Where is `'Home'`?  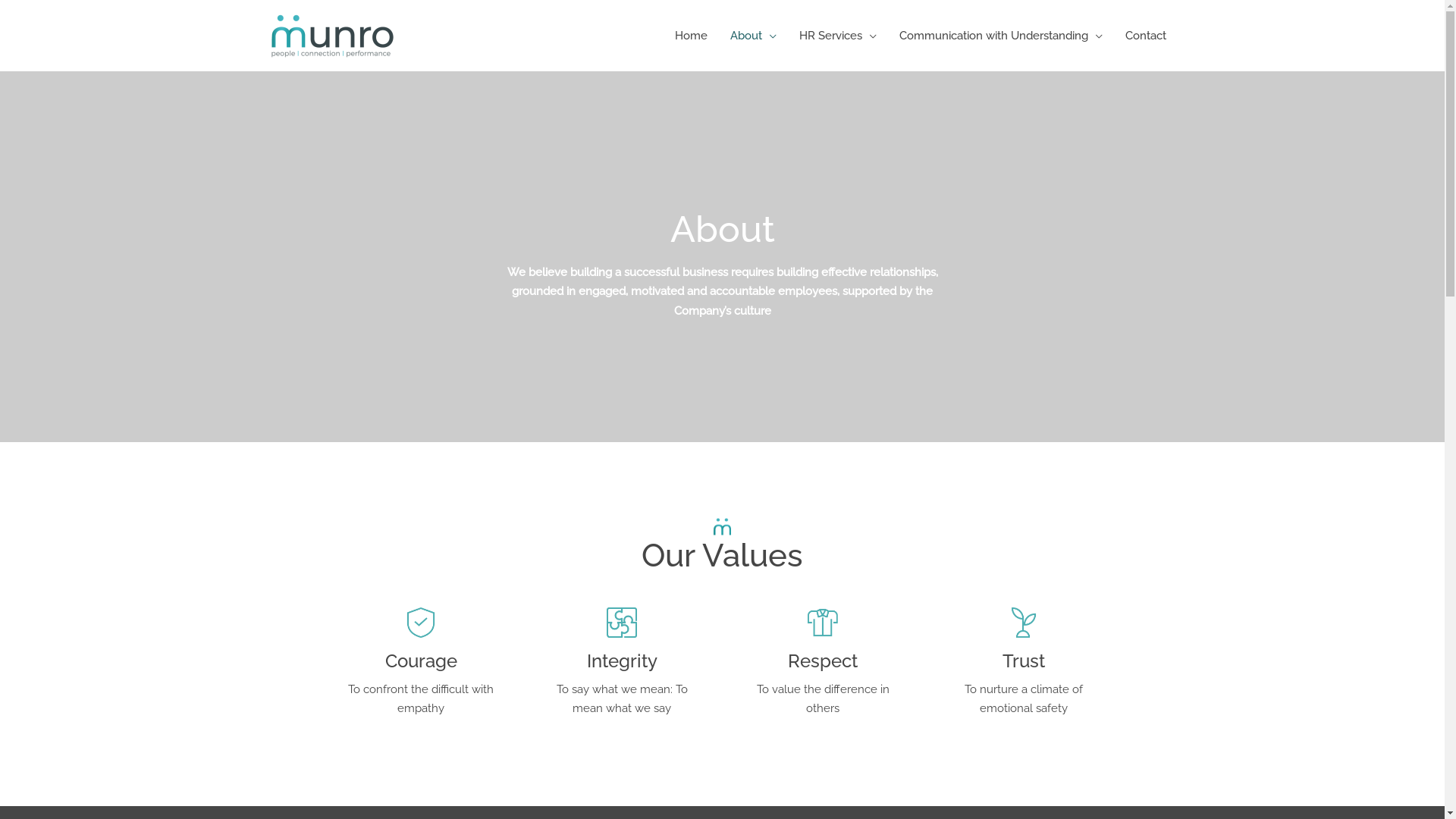
'Home' is located at coordinates (689, 34).